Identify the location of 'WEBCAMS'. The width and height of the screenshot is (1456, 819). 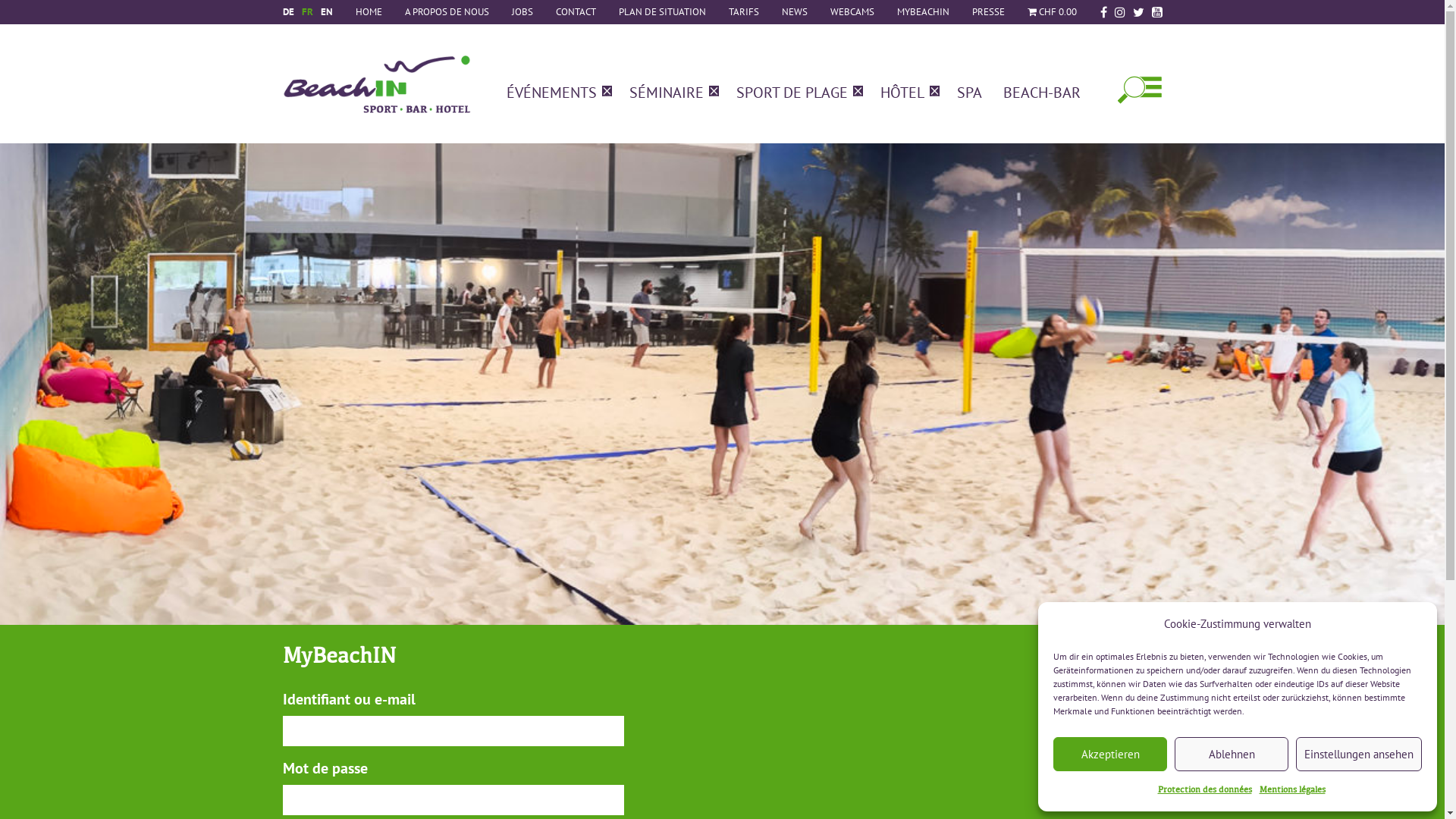
(852, 11).